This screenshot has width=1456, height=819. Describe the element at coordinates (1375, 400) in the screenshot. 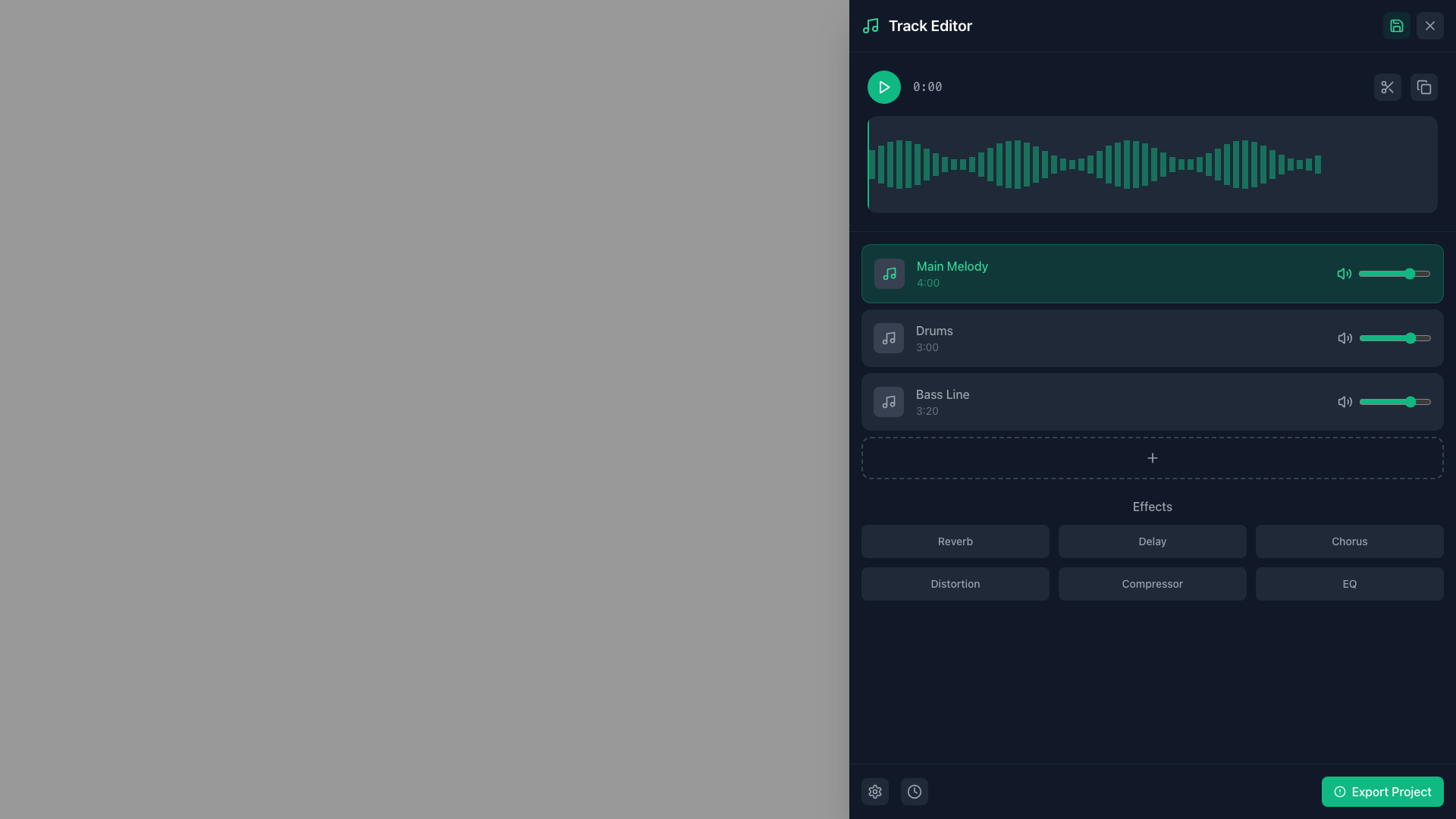

I see `the slider value` at that location.